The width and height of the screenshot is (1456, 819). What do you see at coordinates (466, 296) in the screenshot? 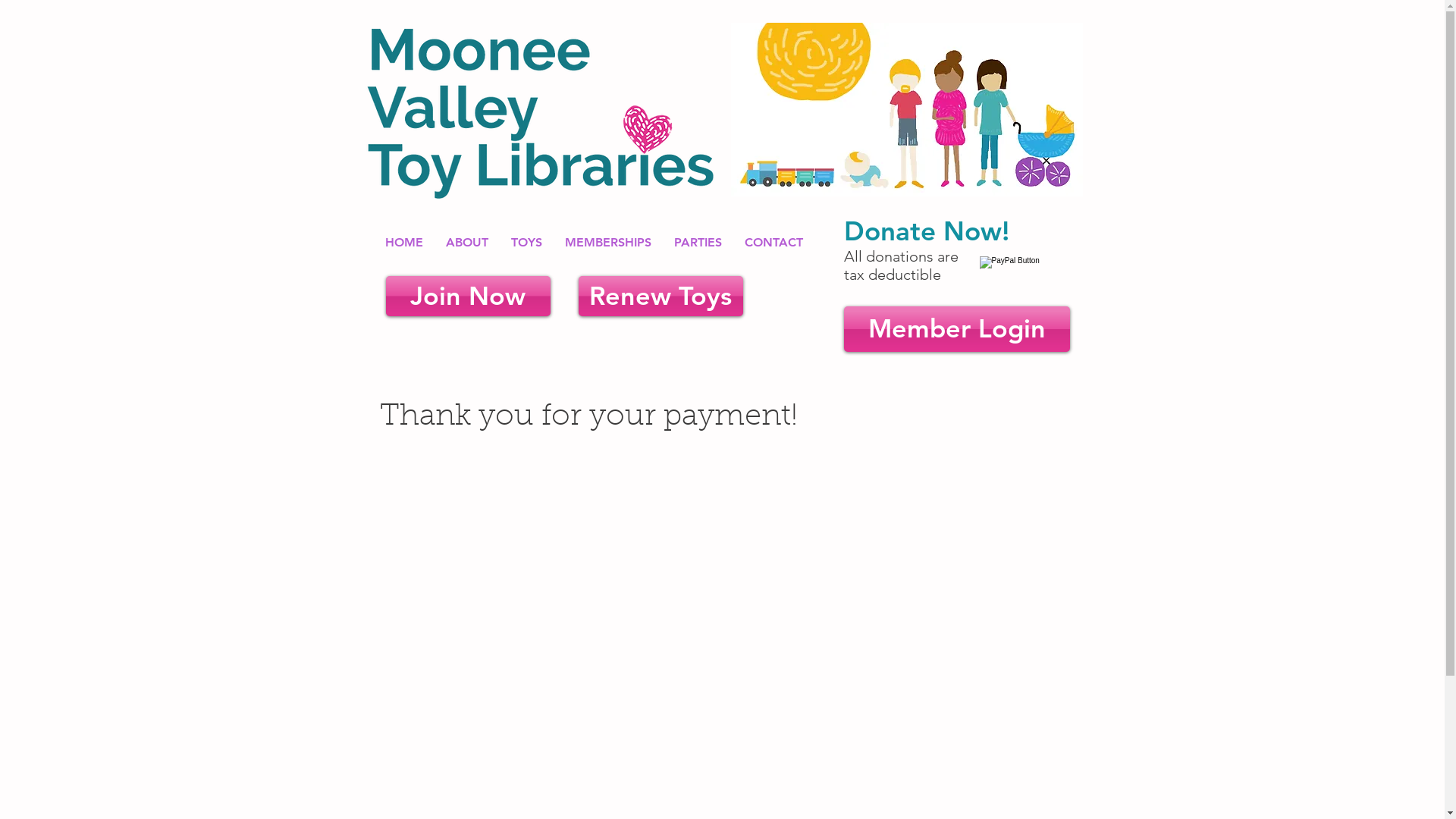
I see `'Join Now'` at bounding box center [466, 296].